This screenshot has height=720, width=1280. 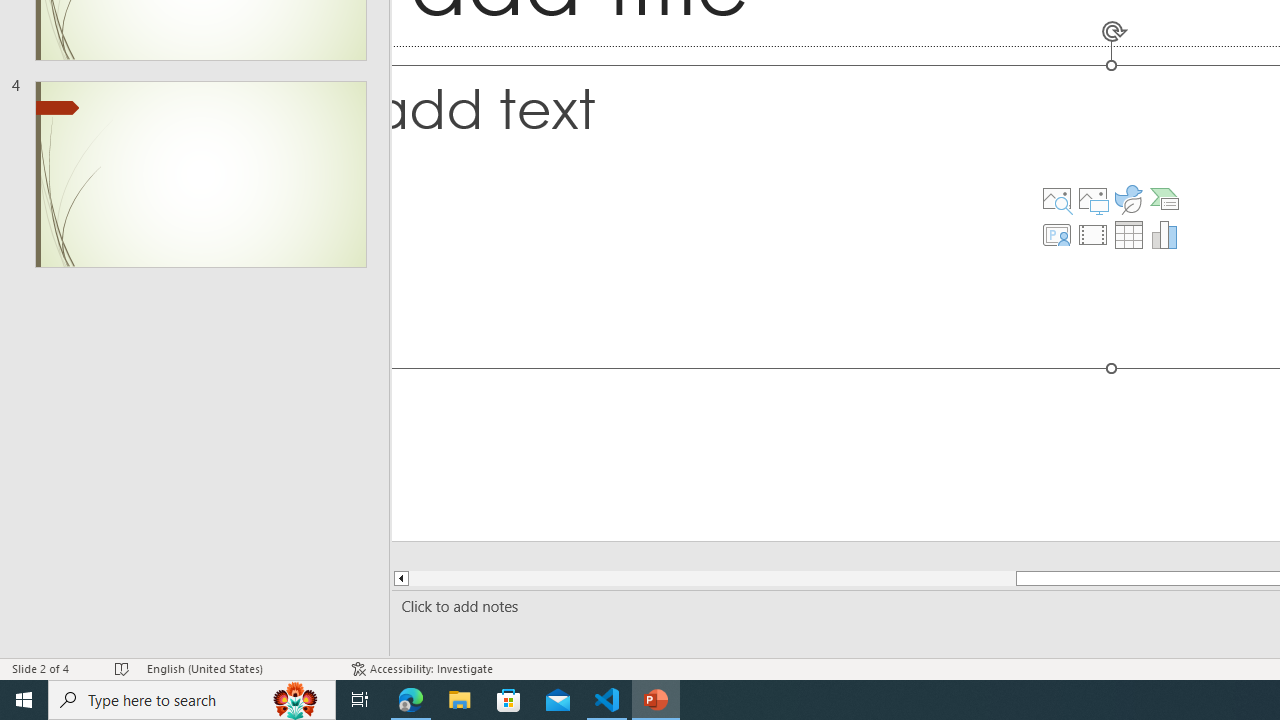 I want to click on 'Insert Video', so click(x=1091, y=234).